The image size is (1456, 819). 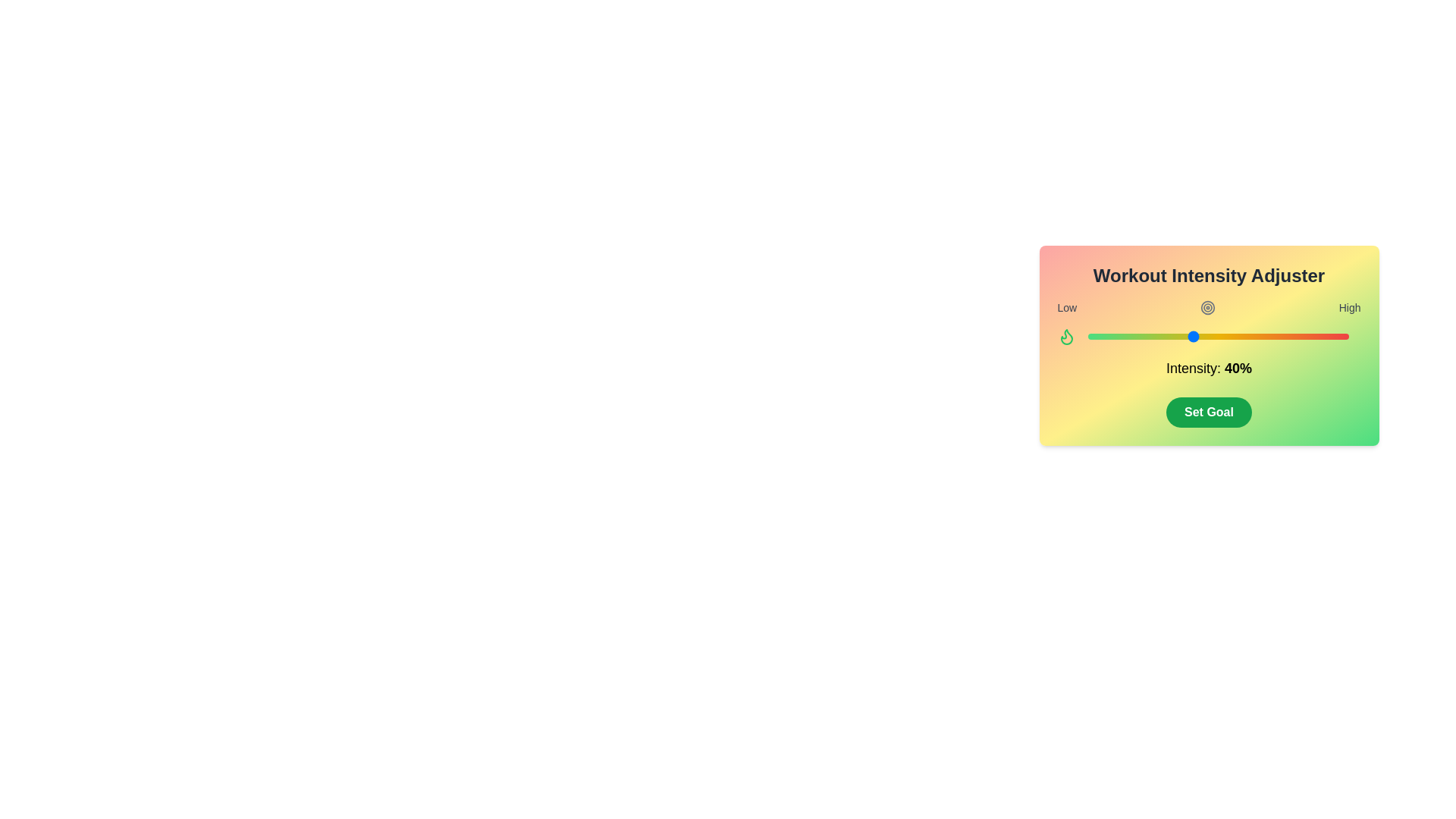 What do you see at coordinates (1065, 335) in the screenshot?
I see `the flame icon to observe its visual feedback` at bounding box center [1065, 335].